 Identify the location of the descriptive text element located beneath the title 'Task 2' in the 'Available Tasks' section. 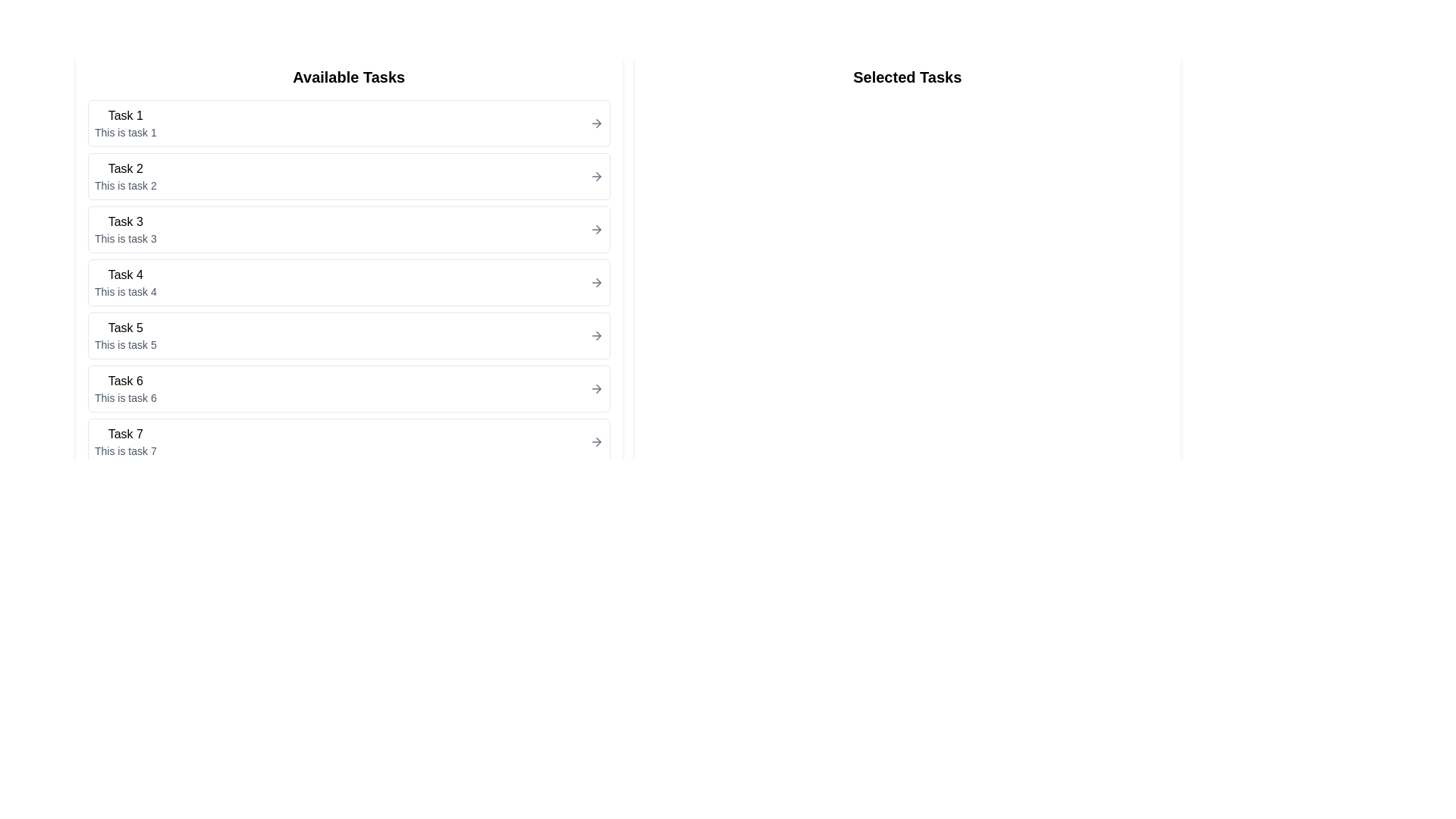
(125, 185).